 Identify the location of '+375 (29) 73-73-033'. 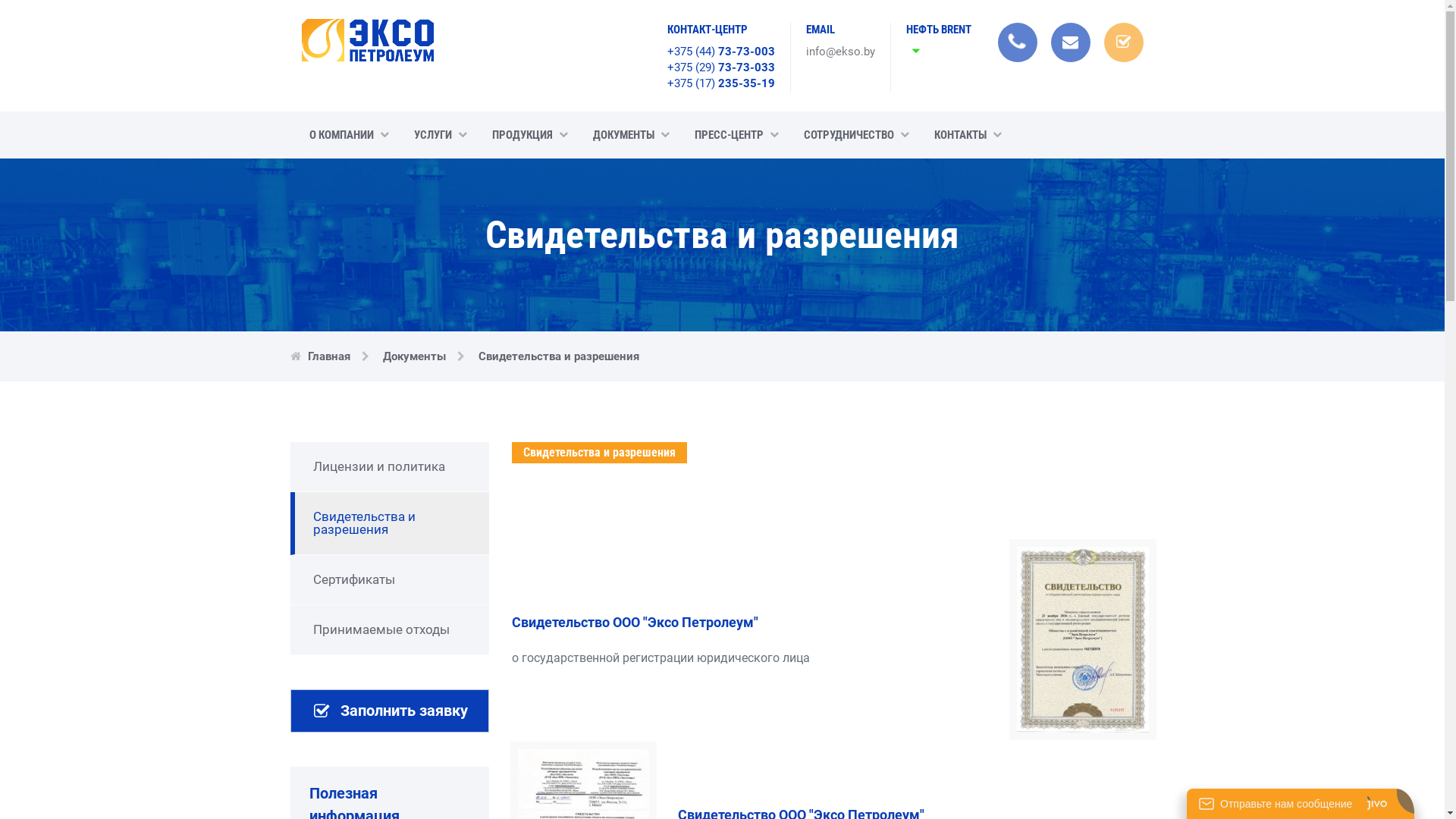
(667, 66).